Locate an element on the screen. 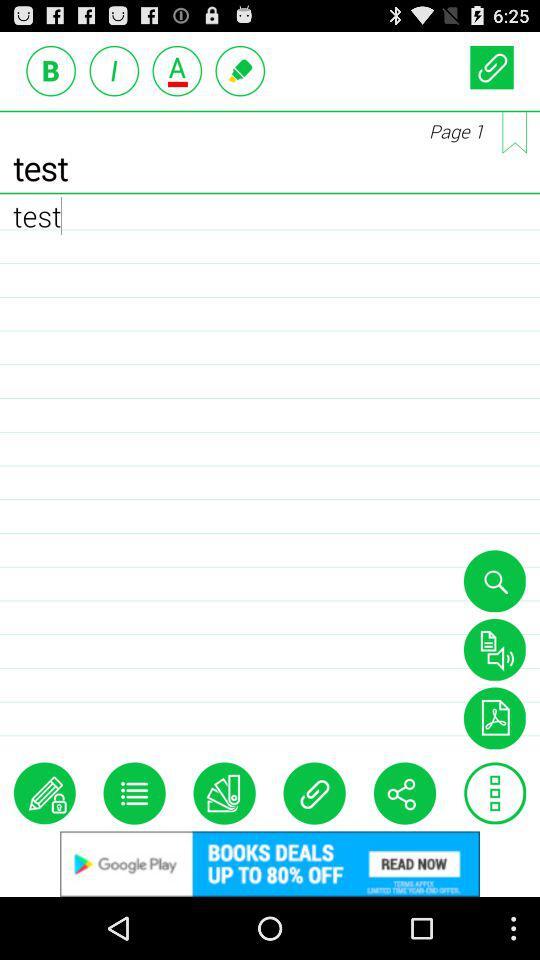  edit is located at coordinates (44, 793).